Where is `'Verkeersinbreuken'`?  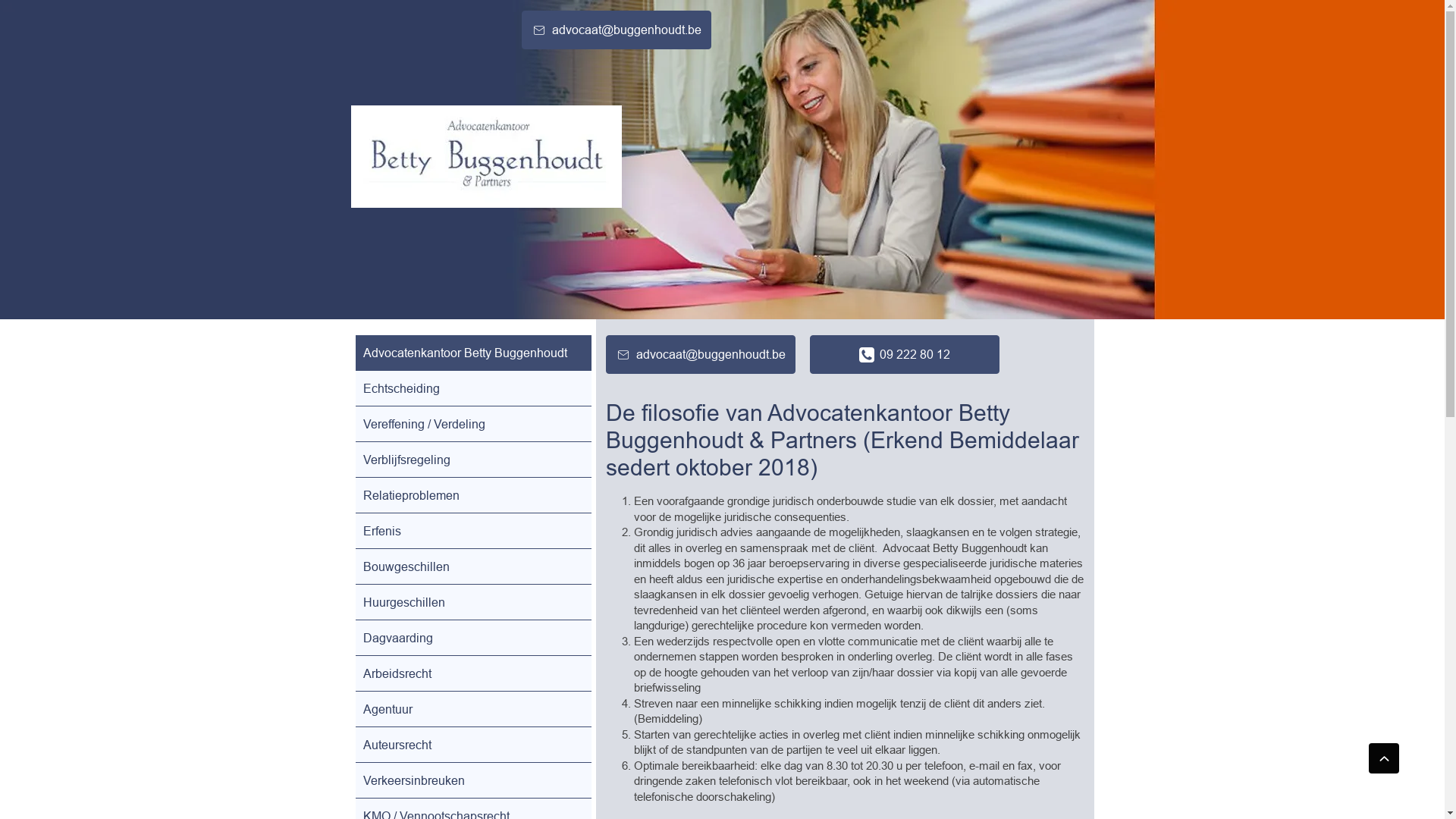 'Verkeersinbreuken' is located at coordinates (472, 780).